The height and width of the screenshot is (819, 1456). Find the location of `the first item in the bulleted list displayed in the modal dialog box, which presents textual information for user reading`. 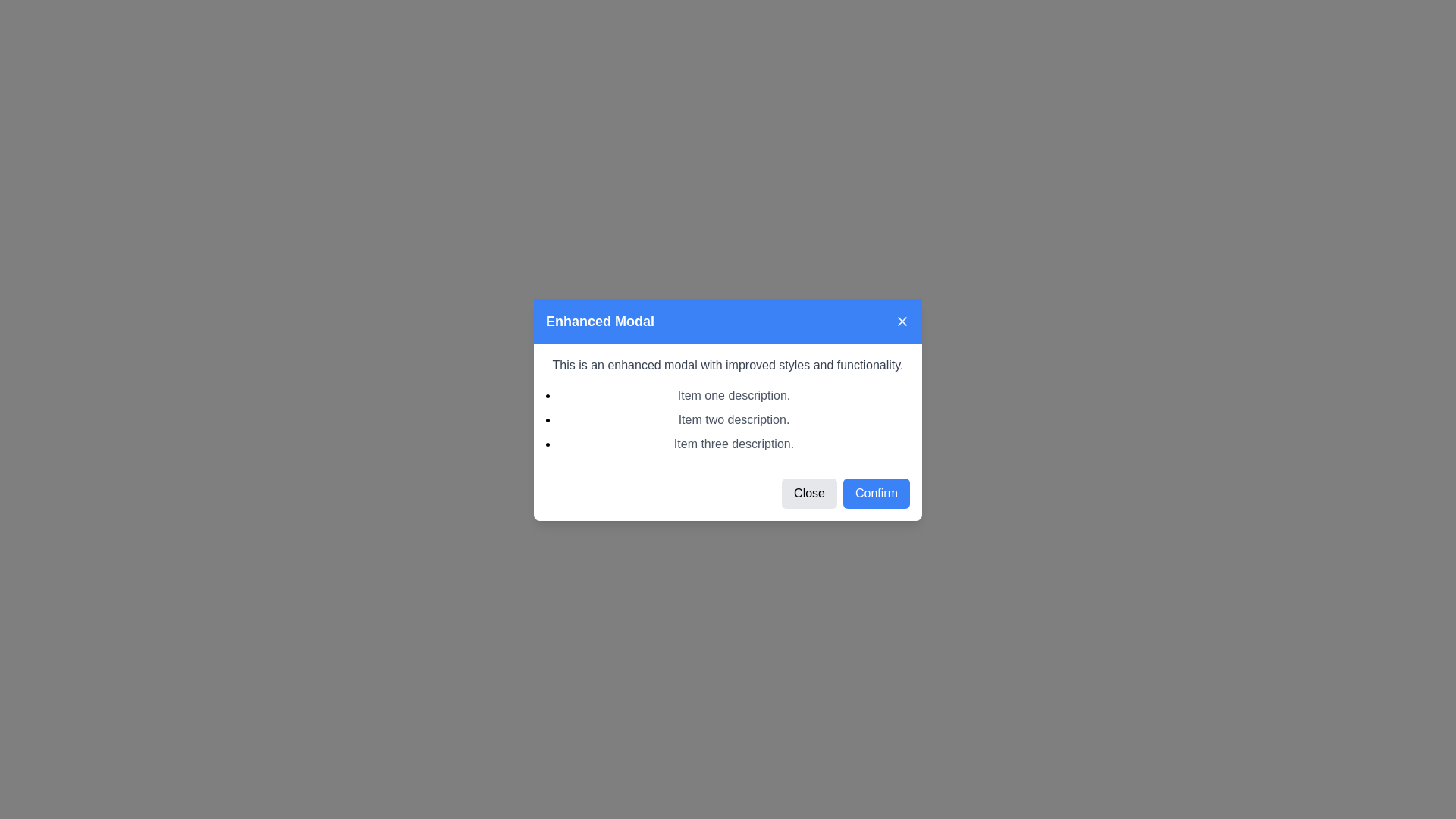

the first item in the bulleted list displayed in the modal dialog box, which presents textual information for user reading is located at coordinates (734, 394).